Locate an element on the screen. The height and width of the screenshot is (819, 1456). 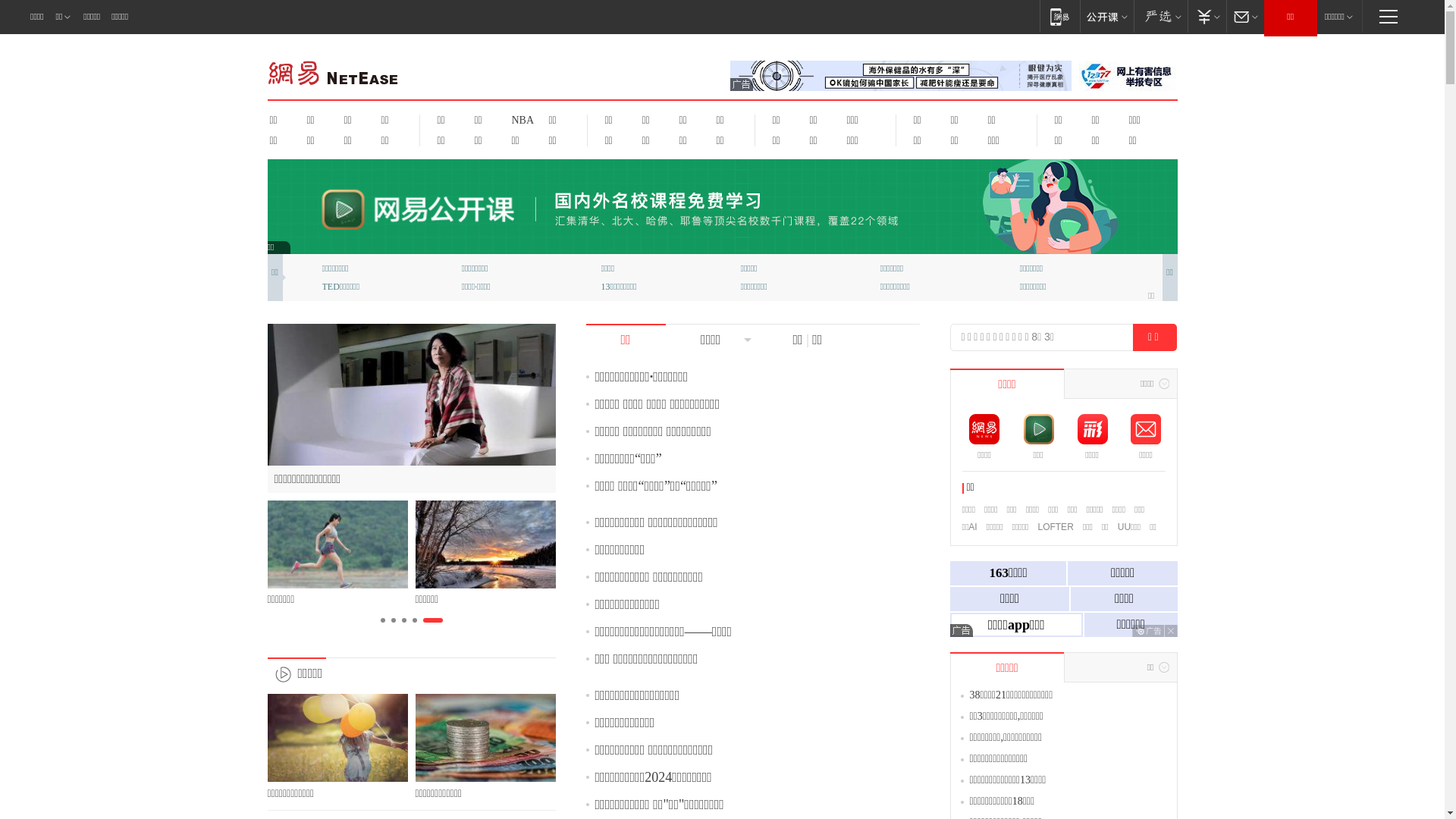
'LOFTER' is located at coordinates (1054, 526).